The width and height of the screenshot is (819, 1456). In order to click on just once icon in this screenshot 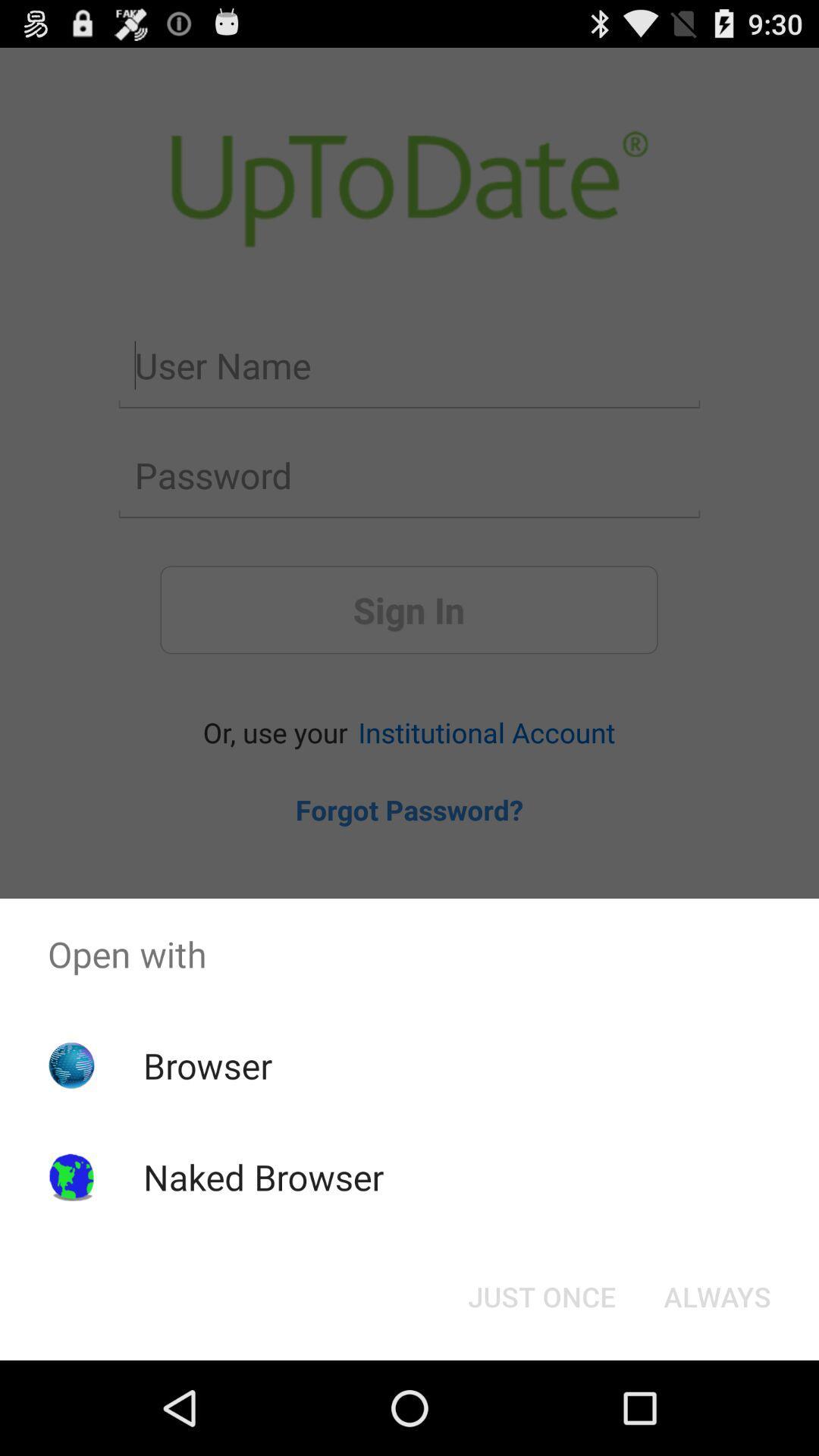, I will do `click(541, 1295)`.